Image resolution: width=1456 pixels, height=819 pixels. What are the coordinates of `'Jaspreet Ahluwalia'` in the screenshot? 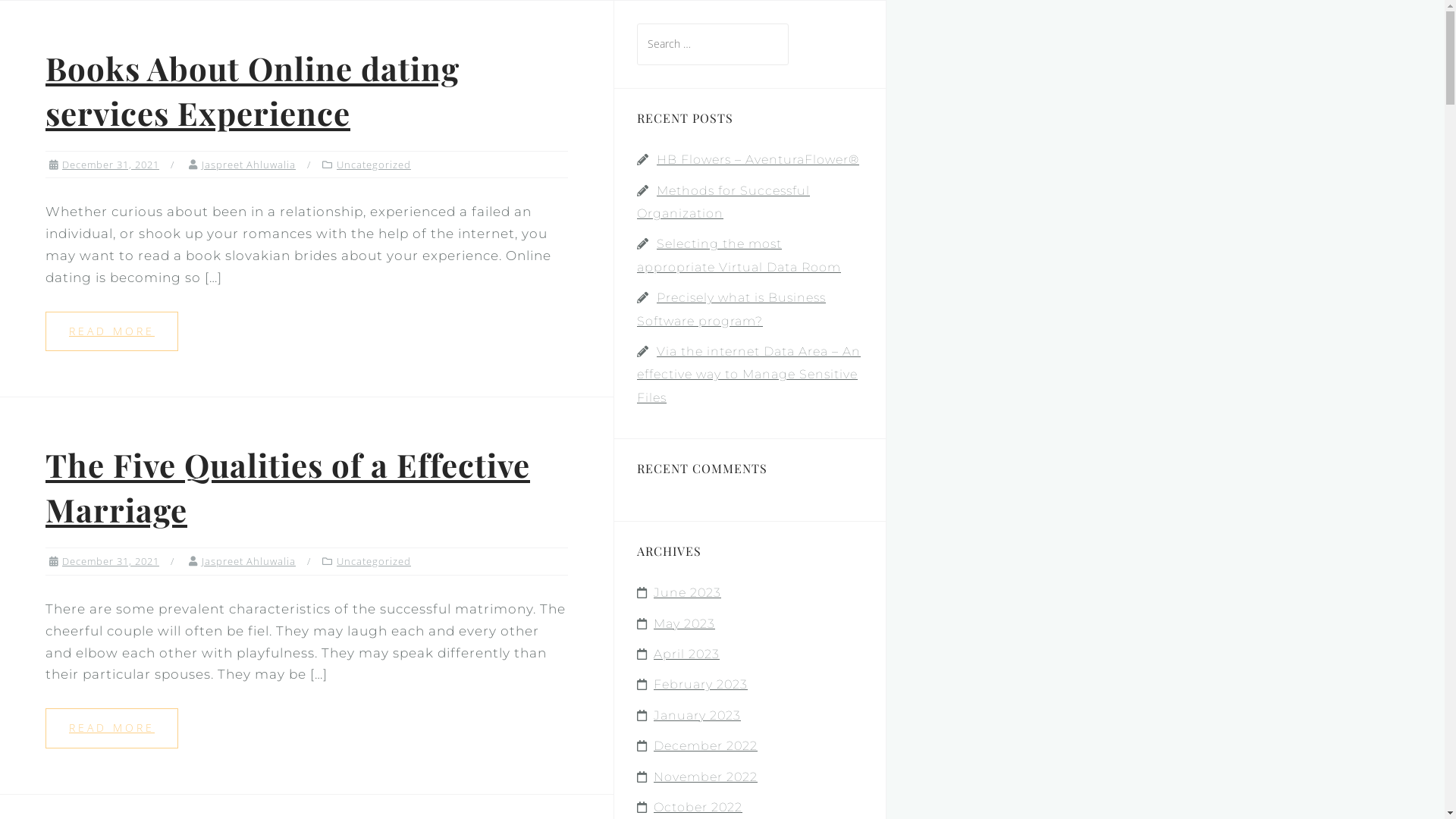 It's located at (200, 164).